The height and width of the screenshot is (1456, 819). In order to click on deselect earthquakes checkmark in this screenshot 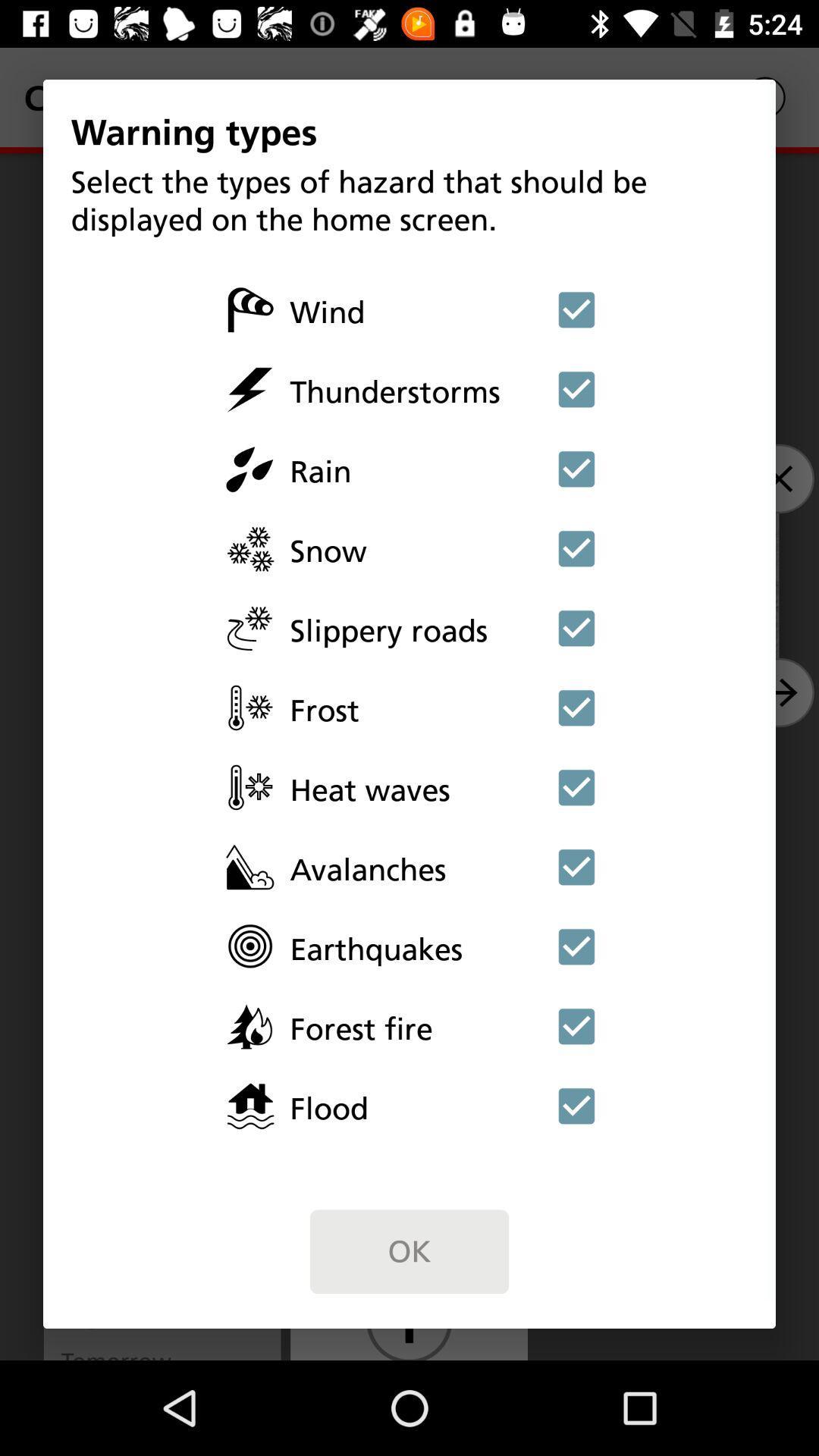, I will do `click(576, 946)`.